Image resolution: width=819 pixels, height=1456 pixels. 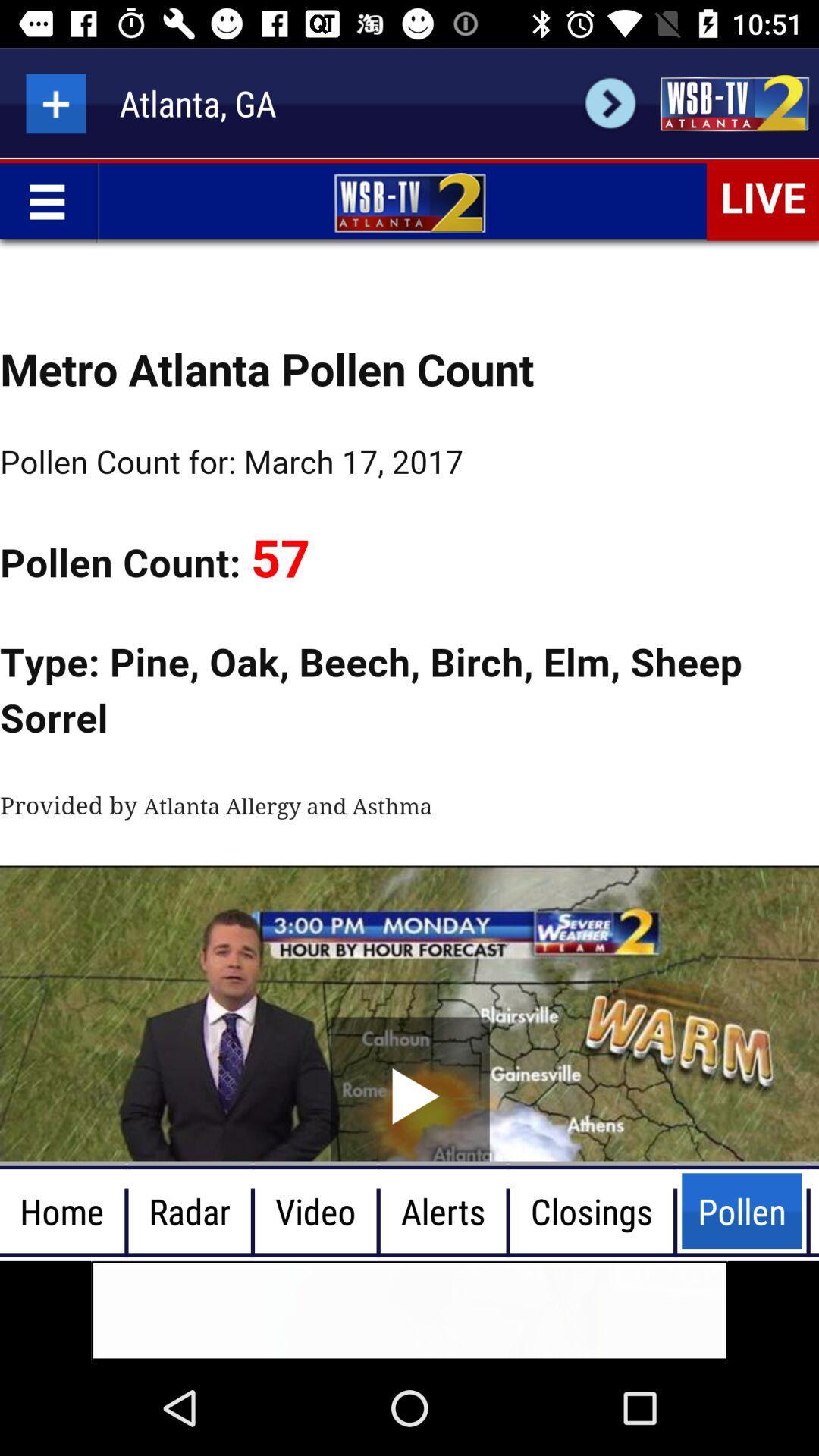 I want to click on check weather for selected city, so click(x=610, y=102).